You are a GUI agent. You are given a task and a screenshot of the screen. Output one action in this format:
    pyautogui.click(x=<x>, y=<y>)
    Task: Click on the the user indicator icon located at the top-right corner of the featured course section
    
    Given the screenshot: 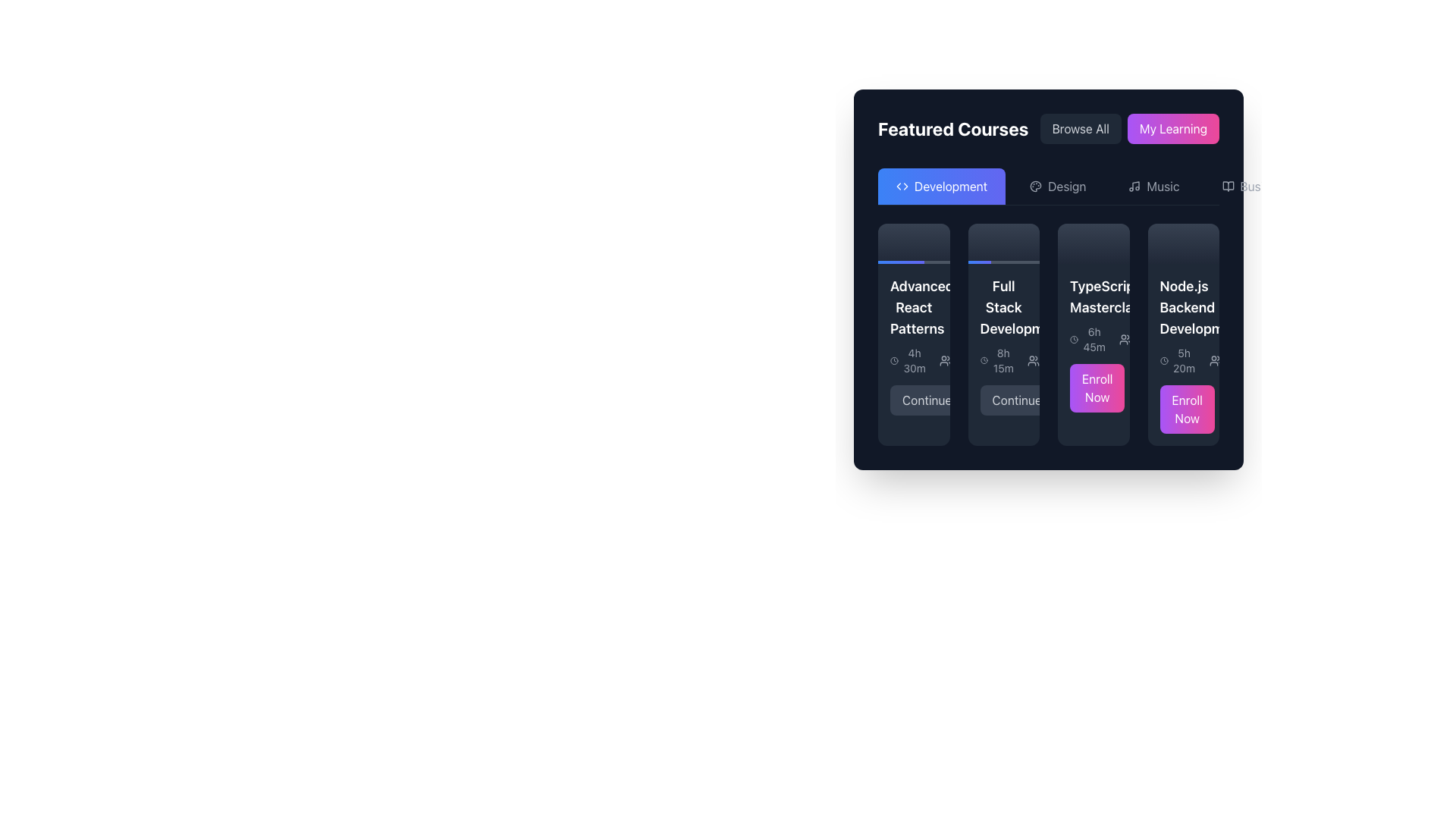 What is the action you would take?
    pyautogui.click(x=1125, y=339)
    